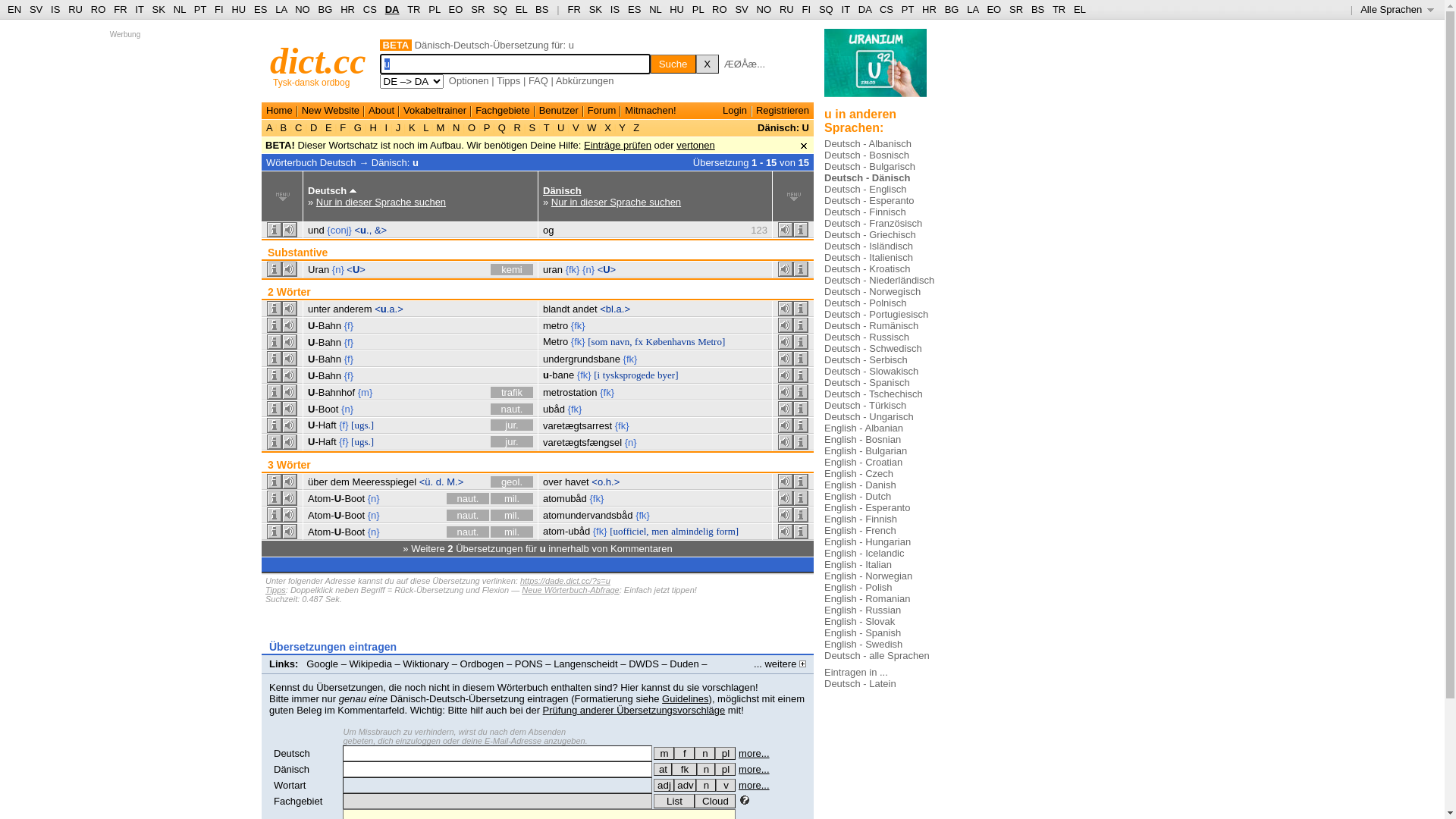  Describe the element at coordinates (330, 109) in the screenshot. I see `'New Website'` at that location.